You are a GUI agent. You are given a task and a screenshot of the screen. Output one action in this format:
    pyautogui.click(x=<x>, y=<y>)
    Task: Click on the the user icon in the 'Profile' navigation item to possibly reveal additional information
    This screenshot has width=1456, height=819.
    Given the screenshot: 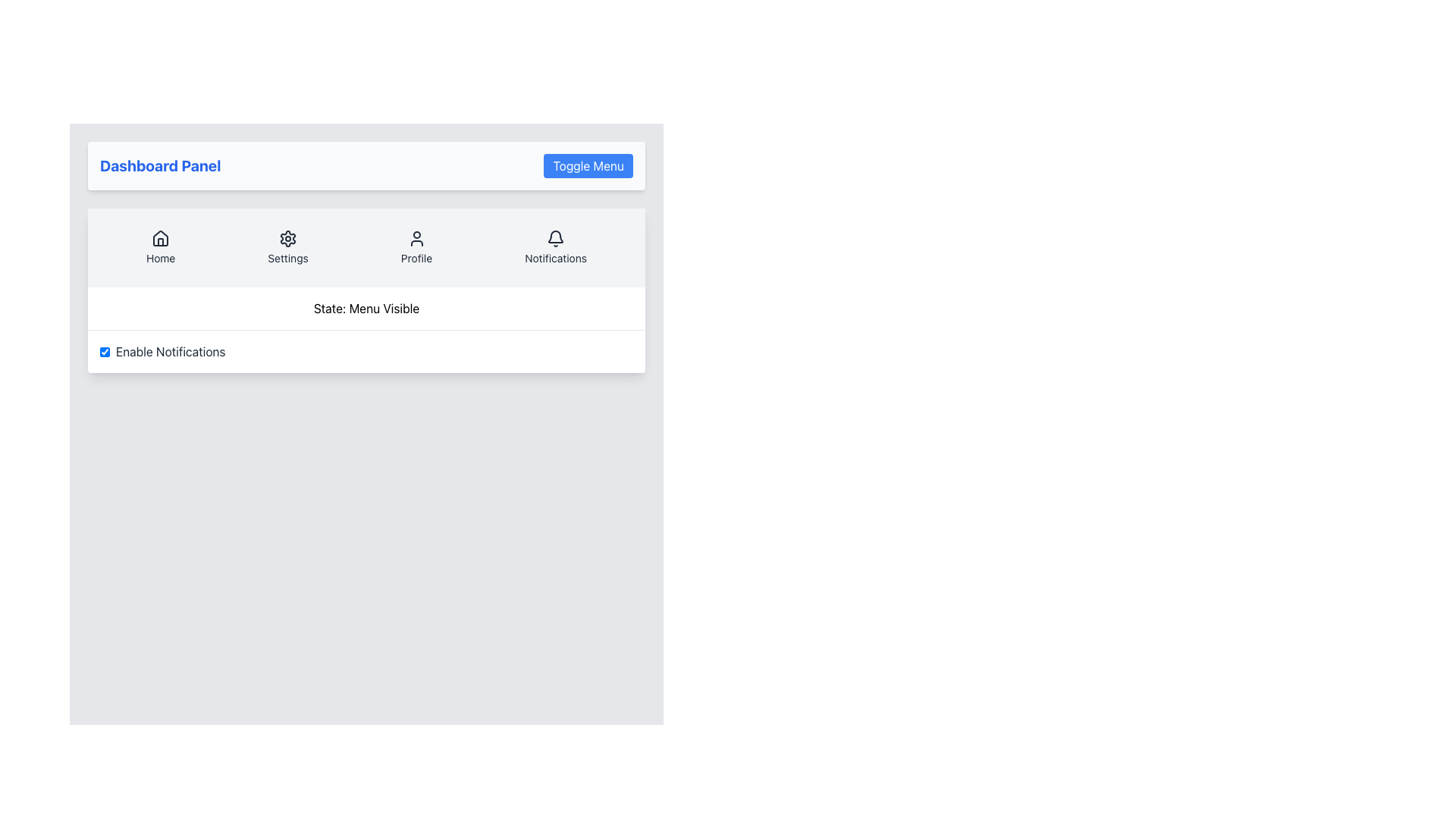 What is the action you would take?
    pyautogui.click(x=416, y=239)
    